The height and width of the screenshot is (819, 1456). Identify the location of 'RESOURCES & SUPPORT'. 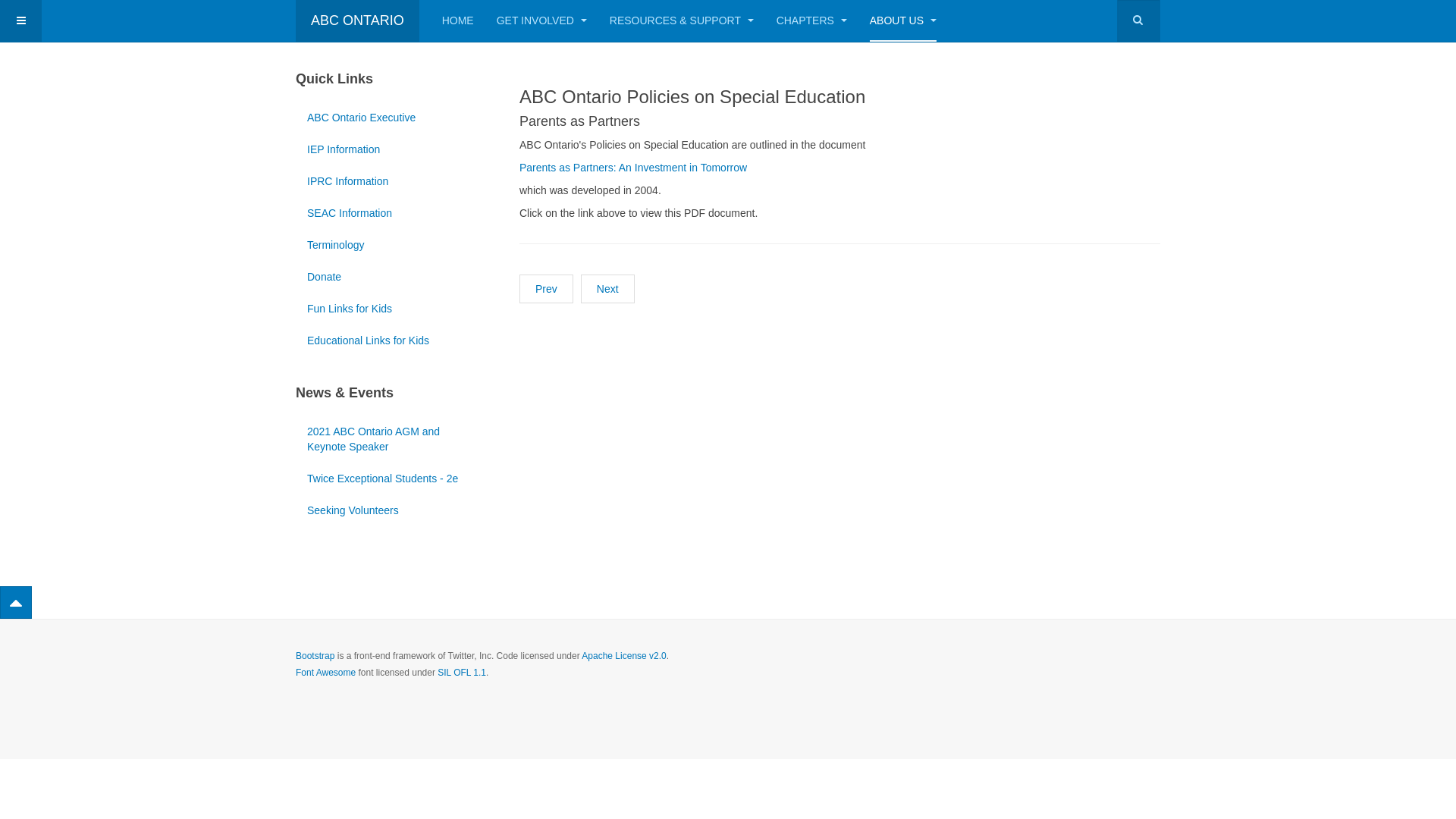
(680, 20).